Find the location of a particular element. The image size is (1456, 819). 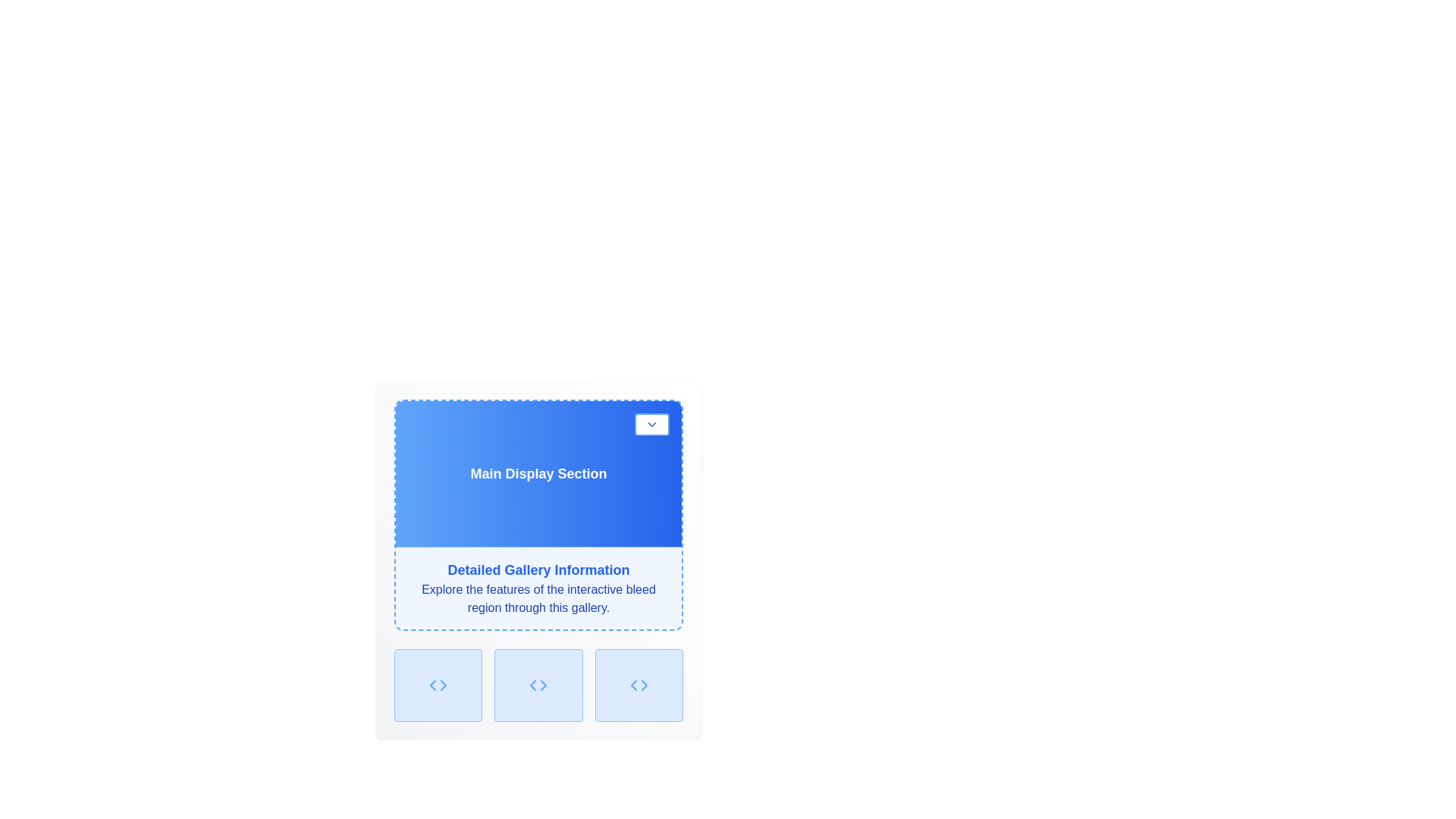

informational text block located below the 'Main Display Section' header, which features bold white text on a gradient blue background is located at coordinates (538, 560).